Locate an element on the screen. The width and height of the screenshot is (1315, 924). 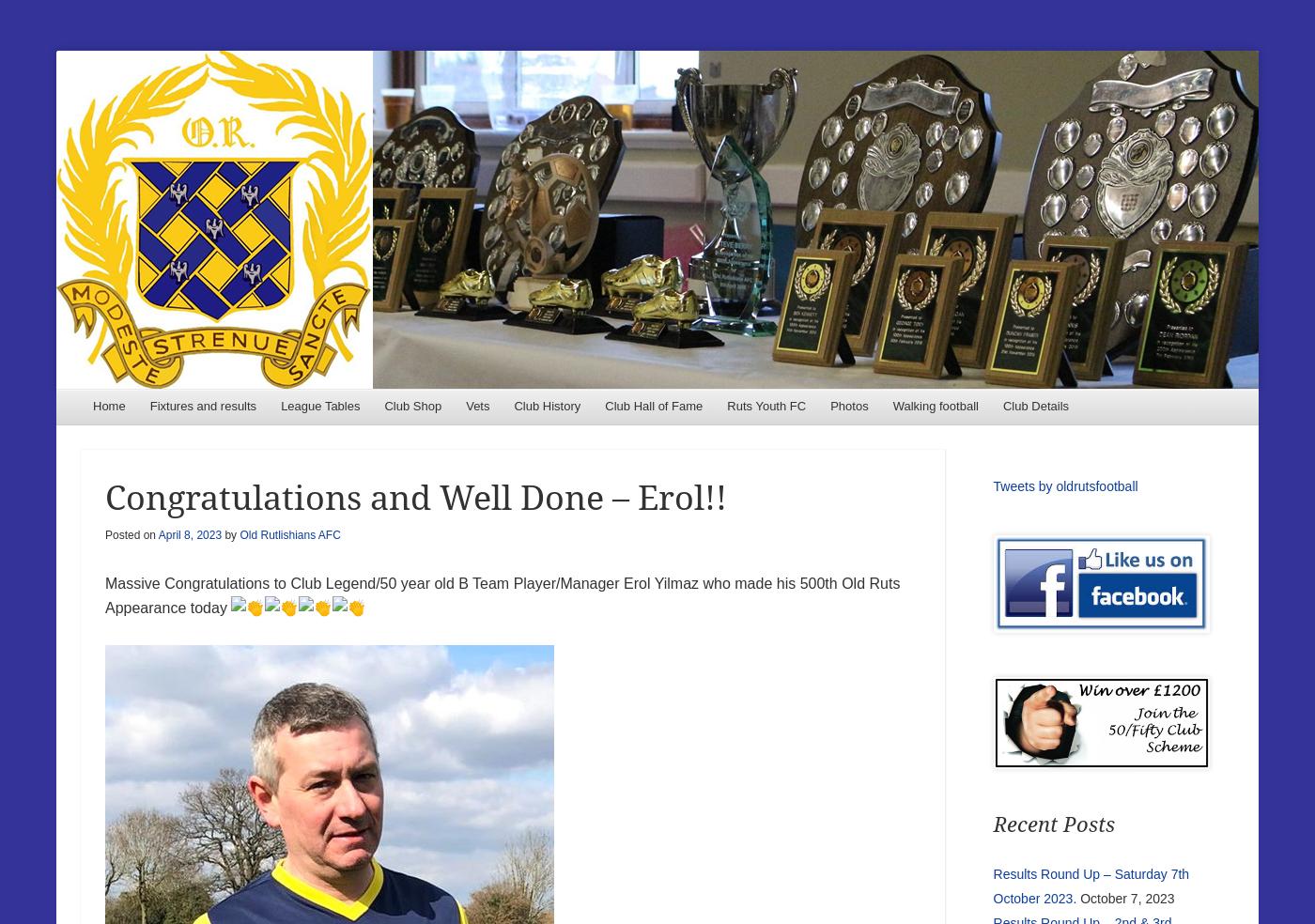
'Tweets by oldrutsfootball' is located at coordinates (1065, 485).